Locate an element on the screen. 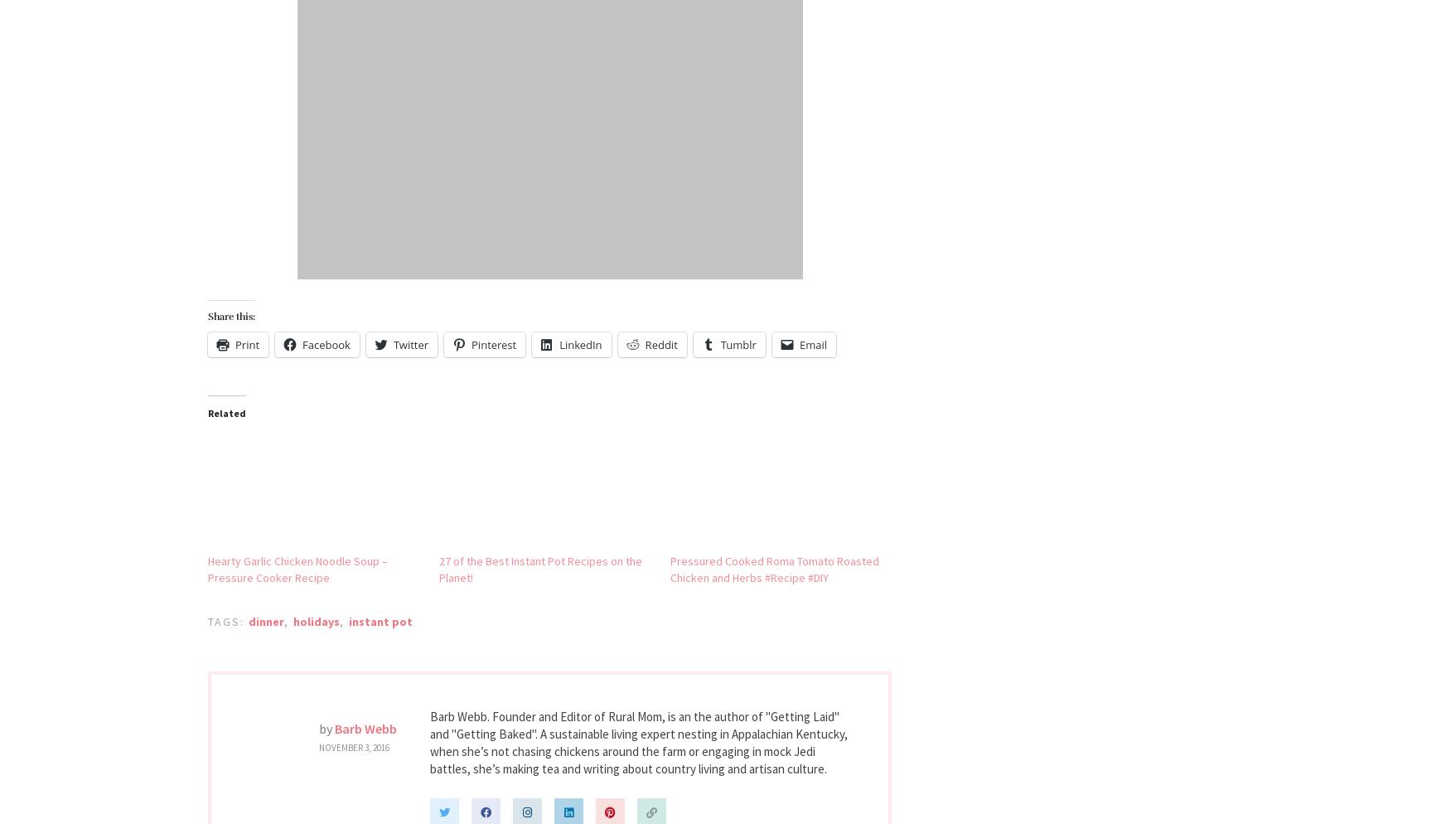 The image size is (1456, 824). 'Related' is located at coordinates (226, 413).